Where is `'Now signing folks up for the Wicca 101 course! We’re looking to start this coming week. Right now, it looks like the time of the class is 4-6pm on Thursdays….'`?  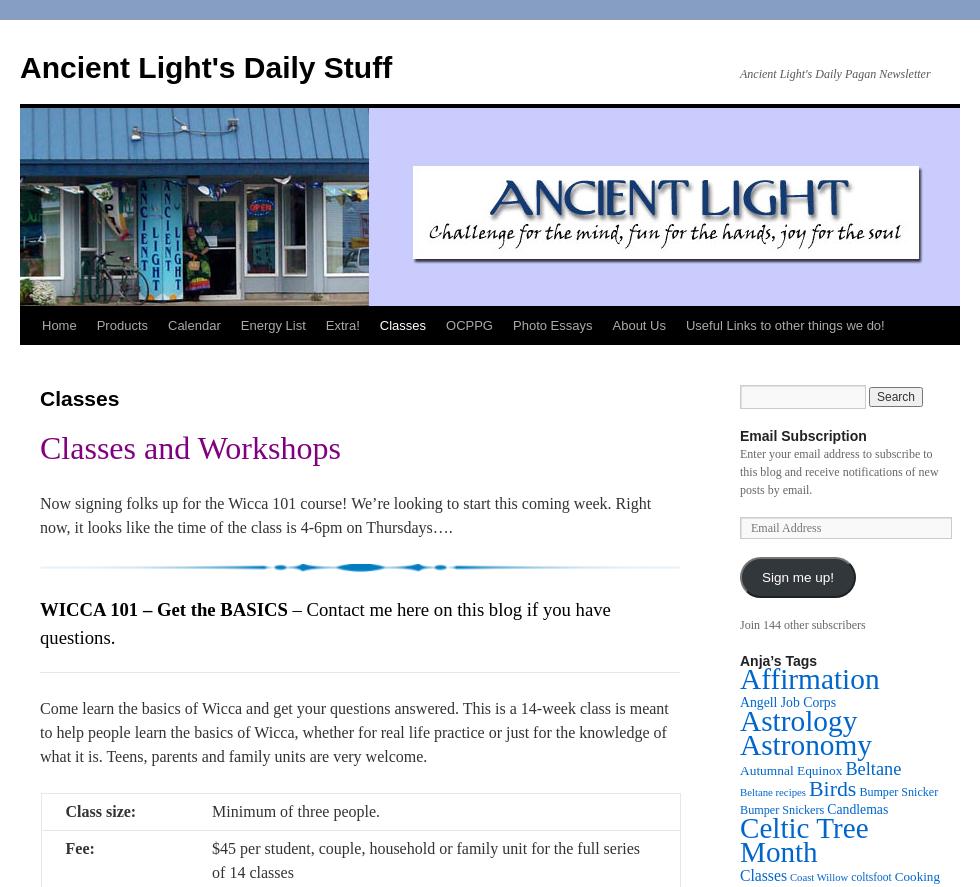
'Now signing folks up for the Wicca 101 course! We’re looking to start this coming week. Right now, it looks like the time of the class is 4-6pm on Thursdays….' is located at coordinates (345, 515).